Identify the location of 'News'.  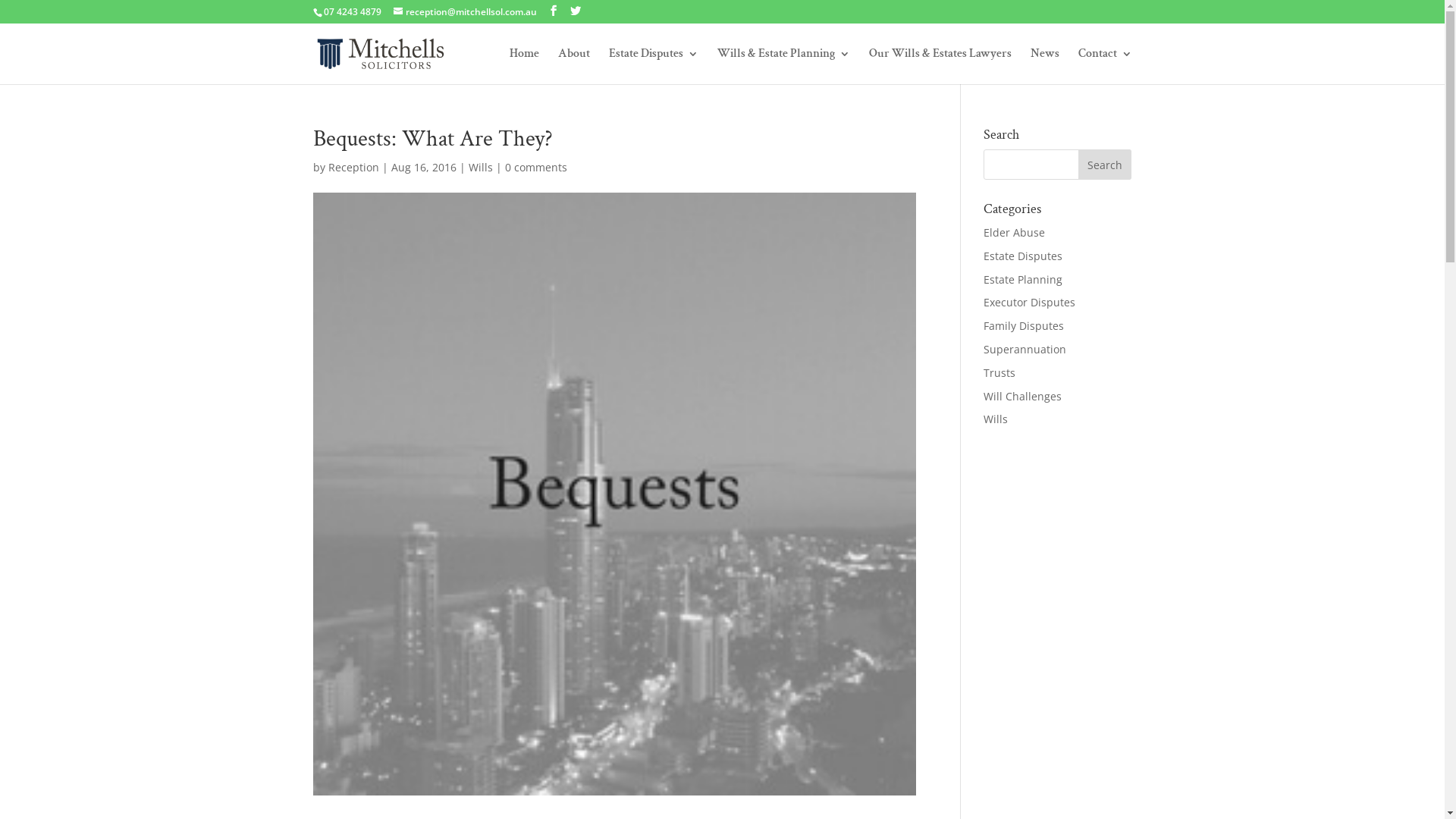
(1043, 65).